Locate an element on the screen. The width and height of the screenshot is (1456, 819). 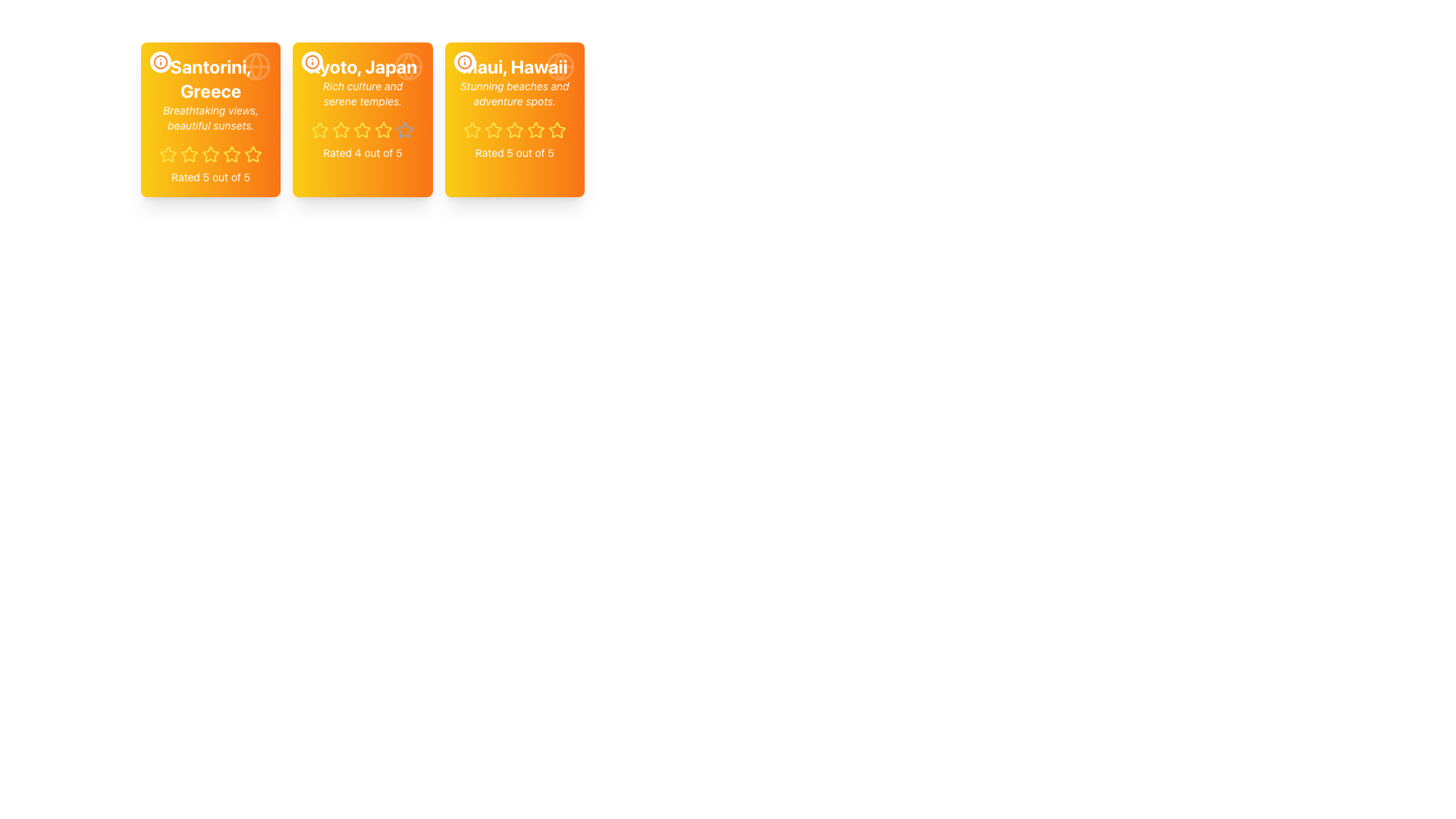
the filled rating star representing the score for Kyoto, Japan, located in the second rating section of the card layout is located at coordinates (340, 129).